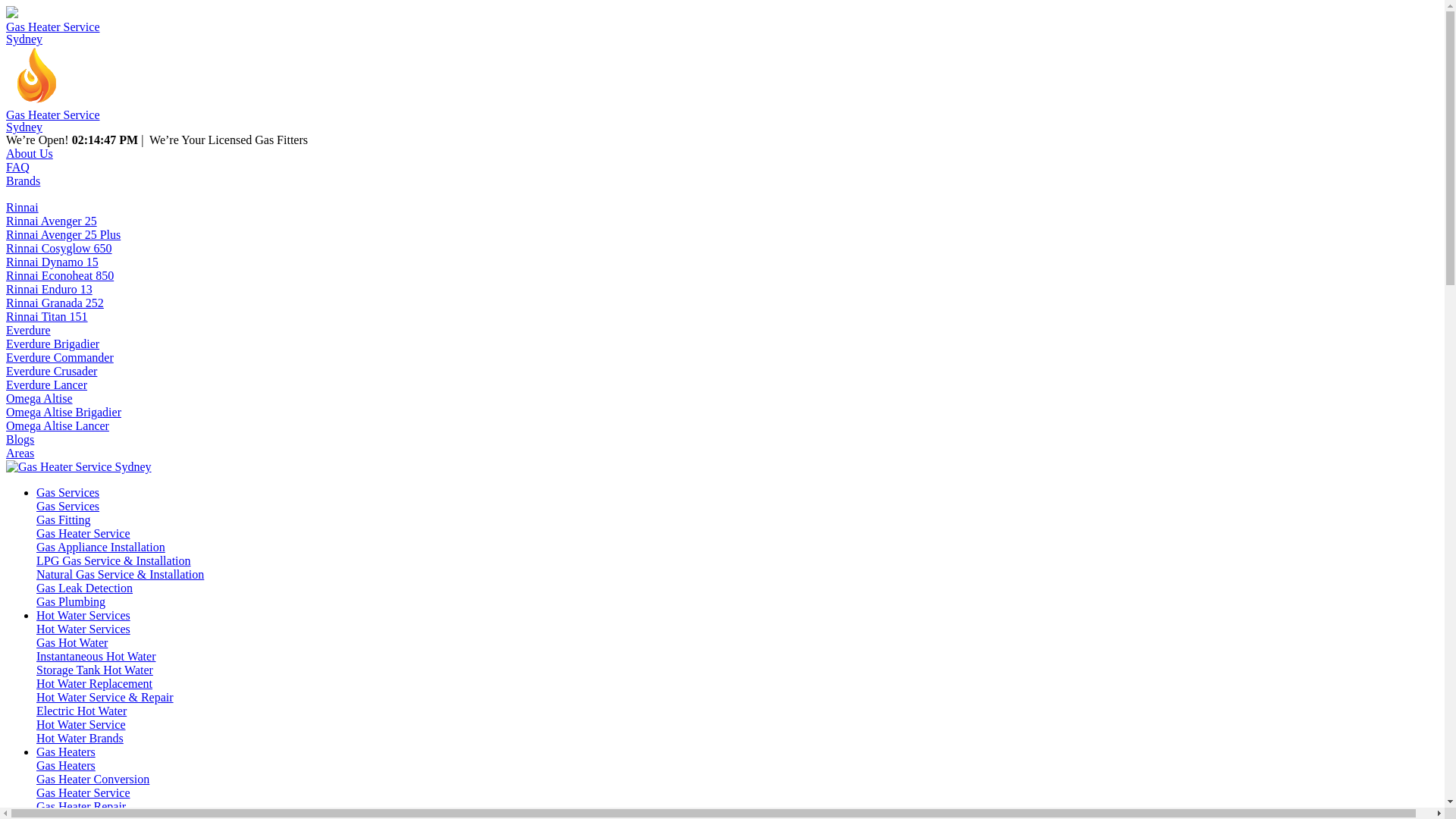  I want to click on 'Gas Heaters', so click(64, 752).